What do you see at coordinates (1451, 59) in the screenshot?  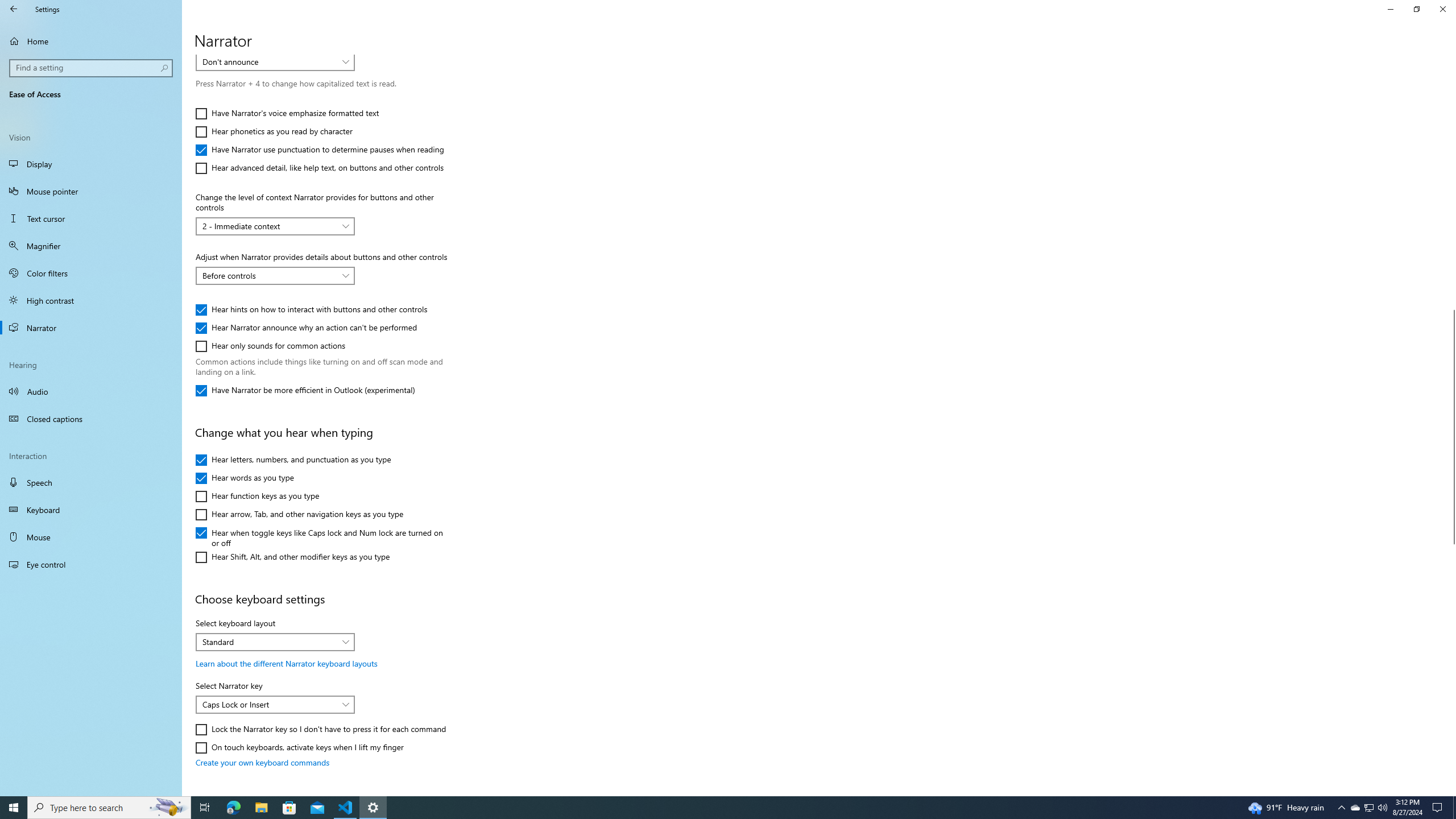 I see `'Vertical Small Decrease'` at bounding box center [1451, 59].